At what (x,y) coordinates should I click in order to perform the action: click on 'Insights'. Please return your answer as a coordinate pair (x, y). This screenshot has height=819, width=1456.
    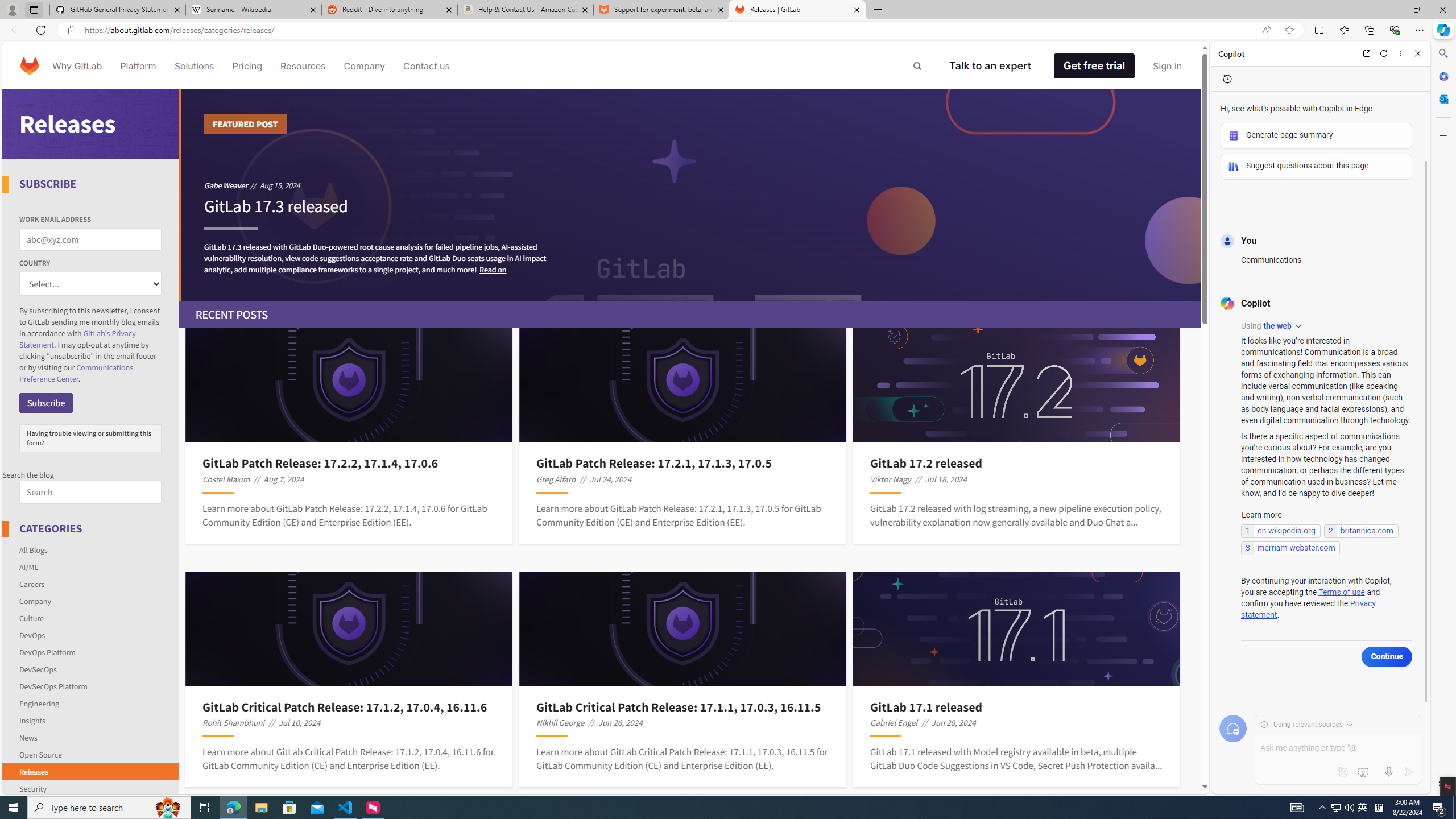
    Looking at the image, I should click on (32, 719).